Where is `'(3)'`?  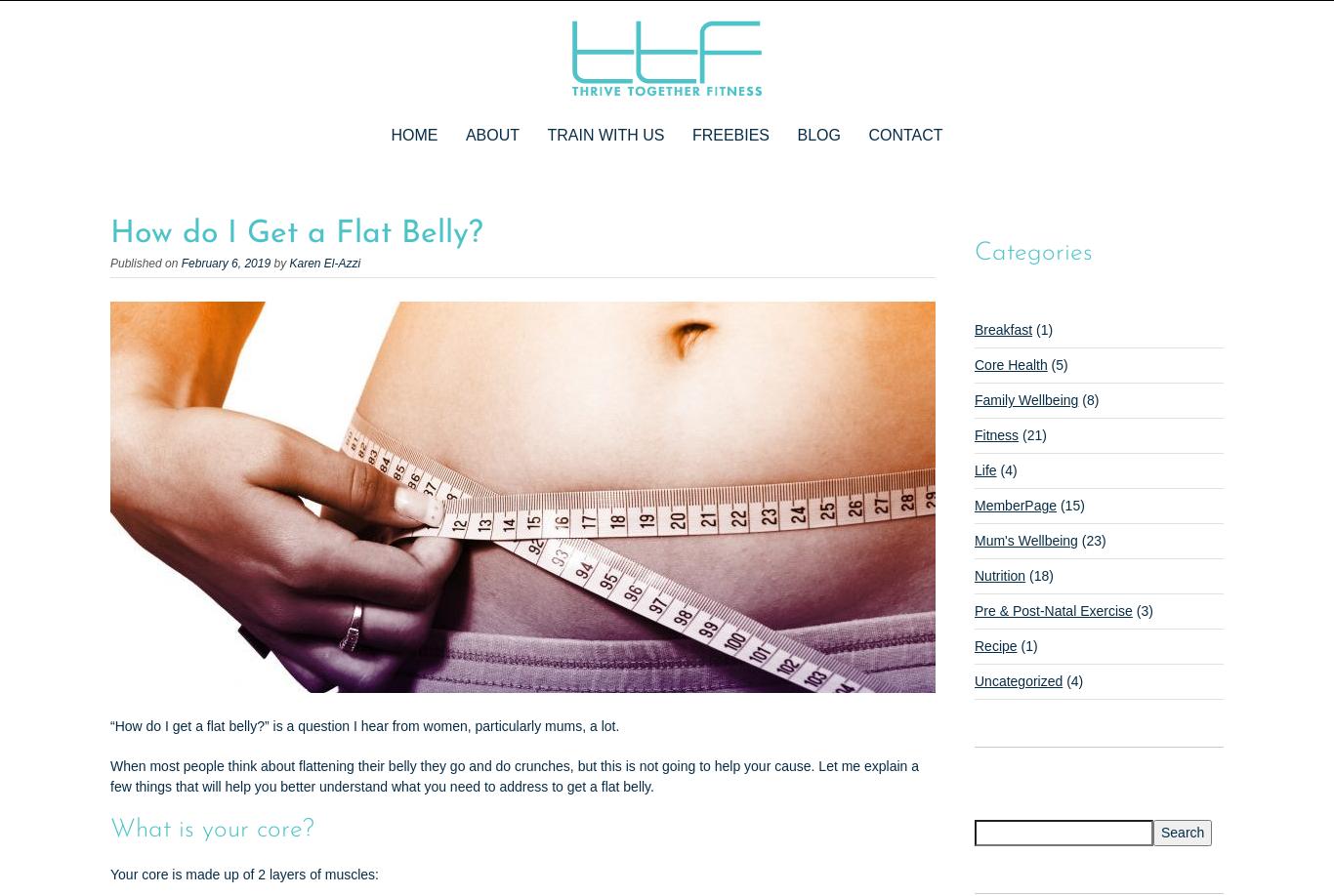 '(3)' is located at coordinates (1142, 610).